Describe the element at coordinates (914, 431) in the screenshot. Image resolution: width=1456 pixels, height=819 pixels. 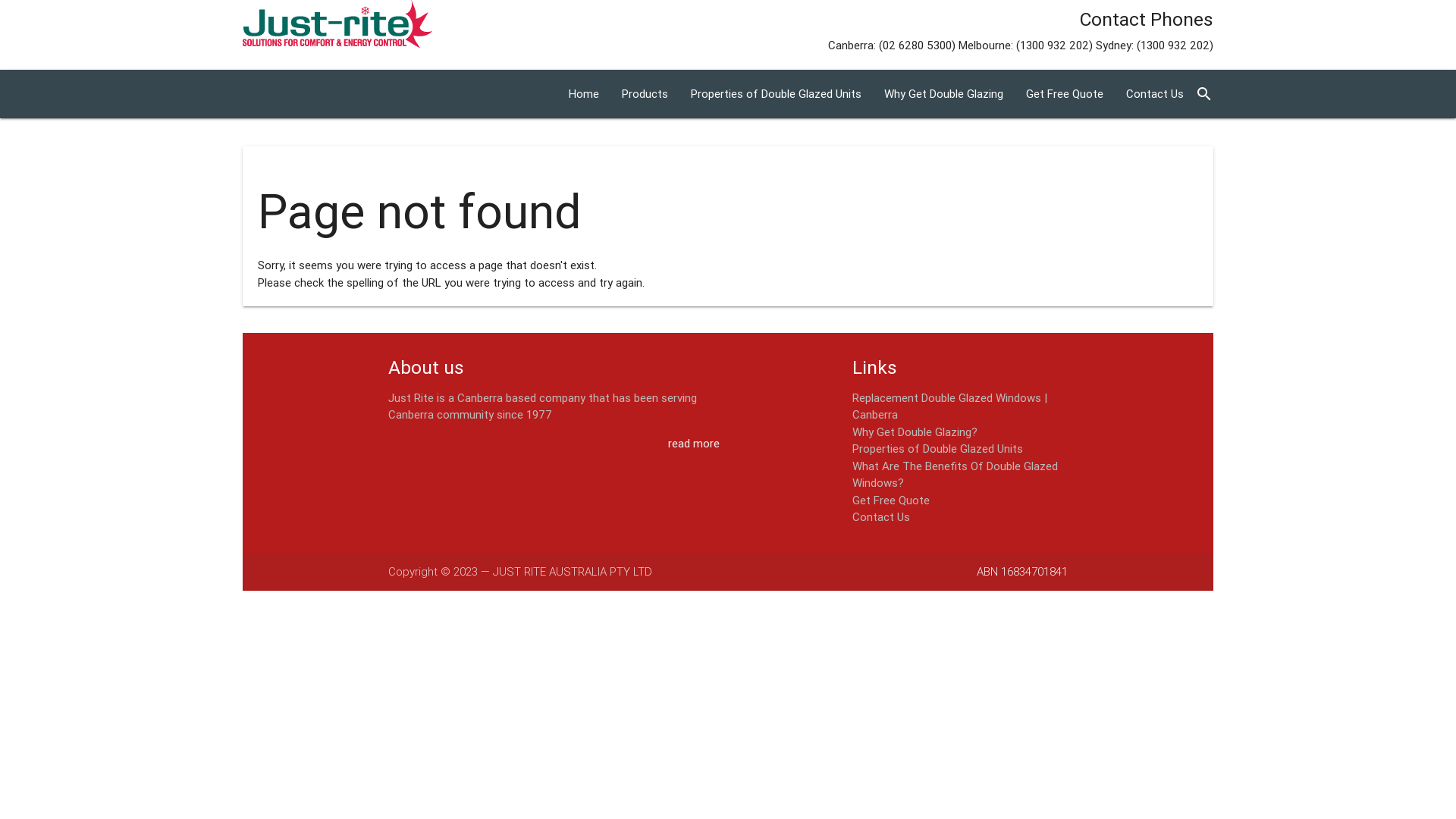
I see `'Why Get Double Glazing?'` at that location.